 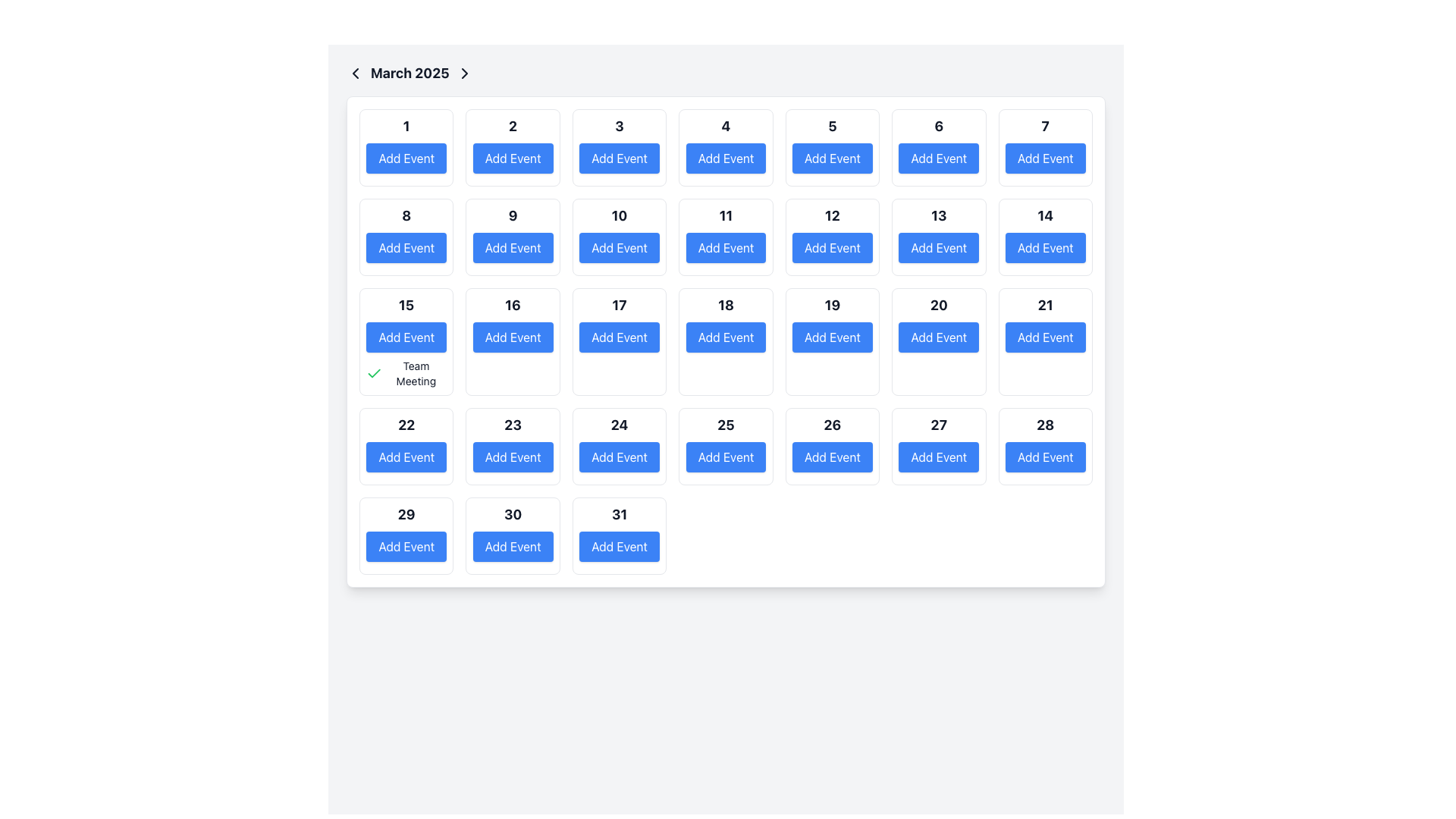 I want to click on the bold number '1' text label at the top of the calendar cell for accessibility interactions, so click(x=406, y=125).